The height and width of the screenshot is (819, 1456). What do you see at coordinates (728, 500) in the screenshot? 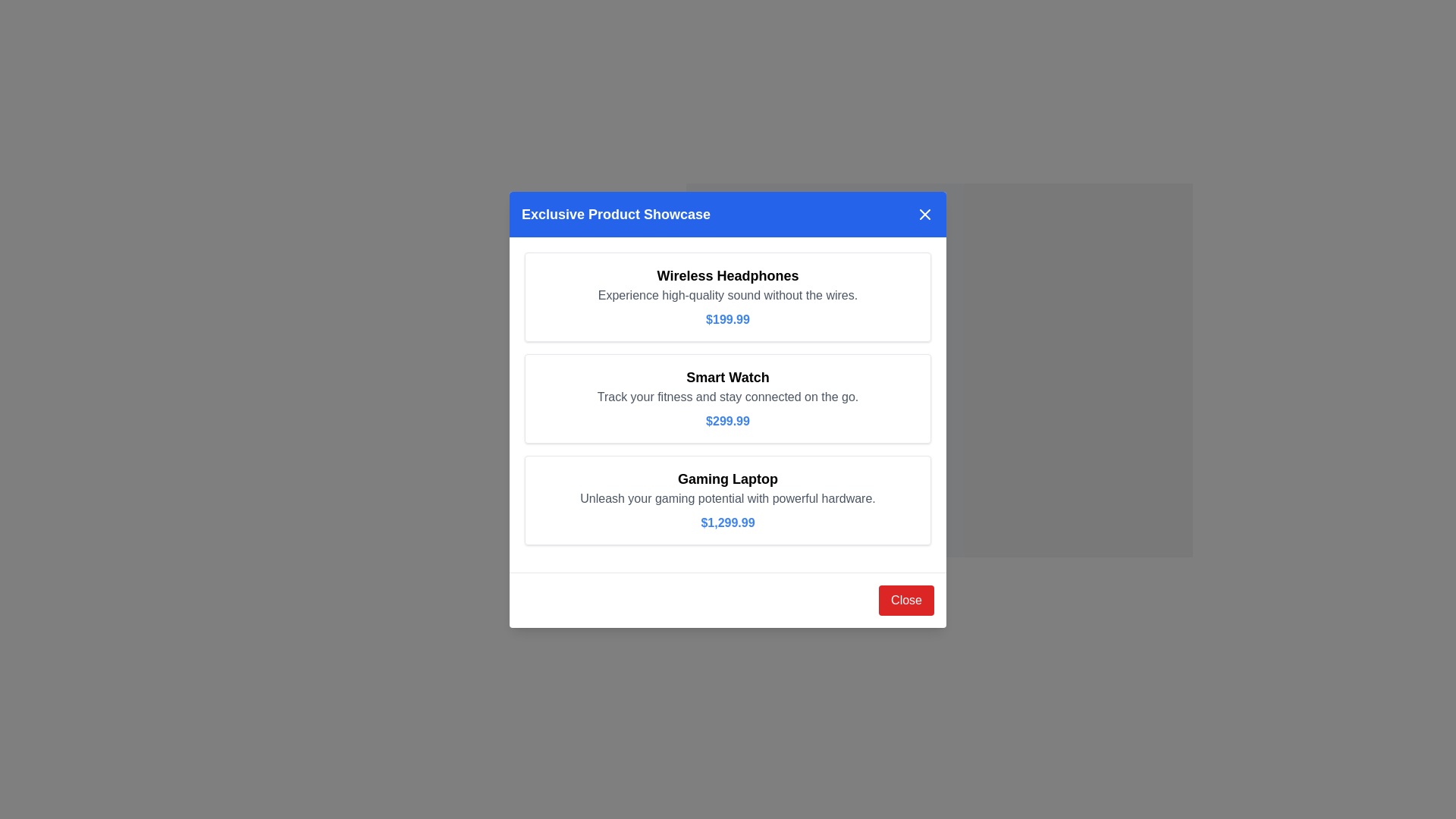
I see `text within the Informational card displaying the product name 'Gaming Laptop', description 'Unleash your gaming potential with powerful hardware.', and price '$1,299.99'` at bounding box center [728, 500].